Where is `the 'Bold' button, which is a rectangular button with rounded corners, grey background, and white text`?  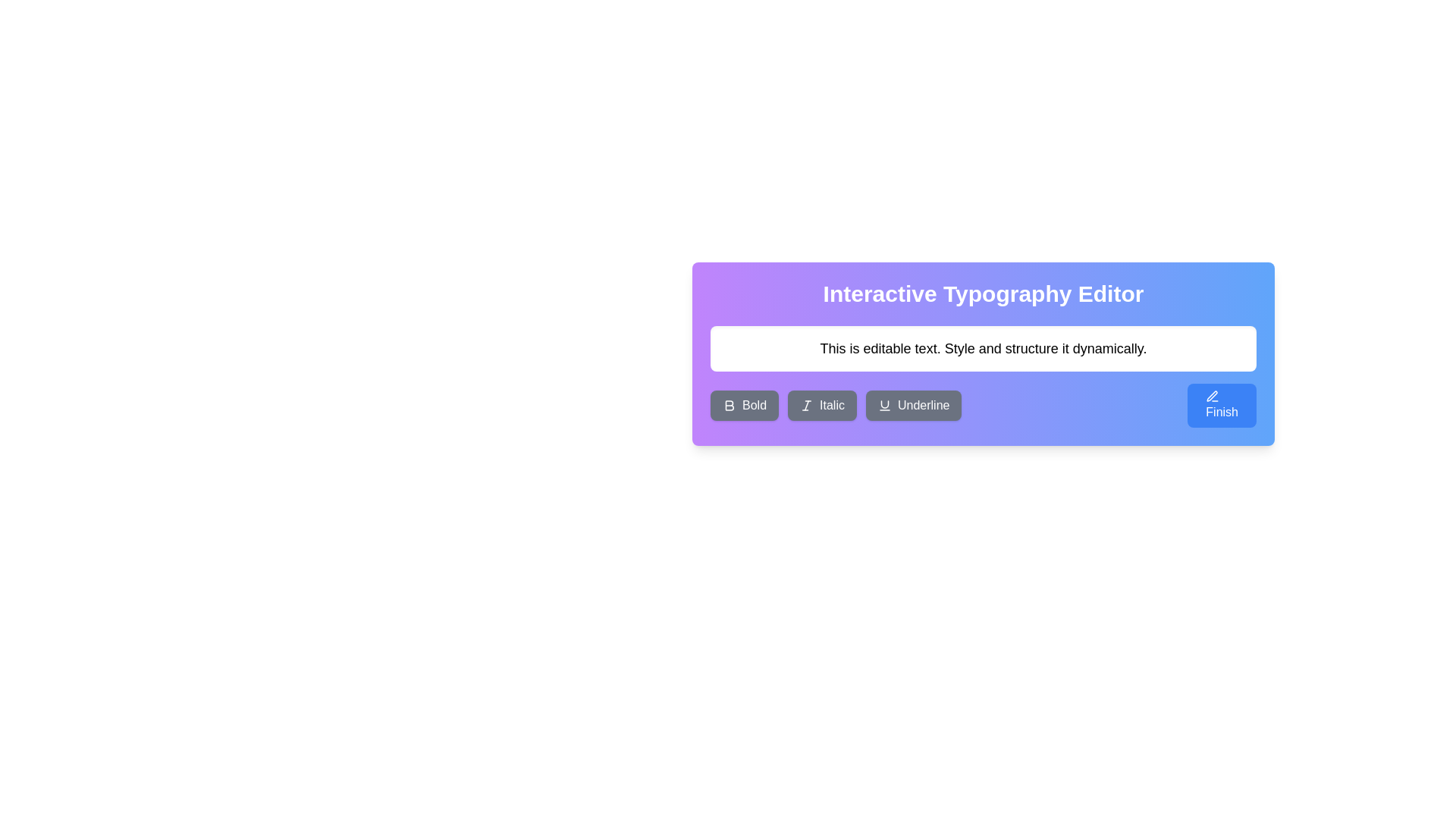
the 'Bold' button, which is a rectangular button with rounded corners, grey background, and white text is located at coordinates (745, 405).